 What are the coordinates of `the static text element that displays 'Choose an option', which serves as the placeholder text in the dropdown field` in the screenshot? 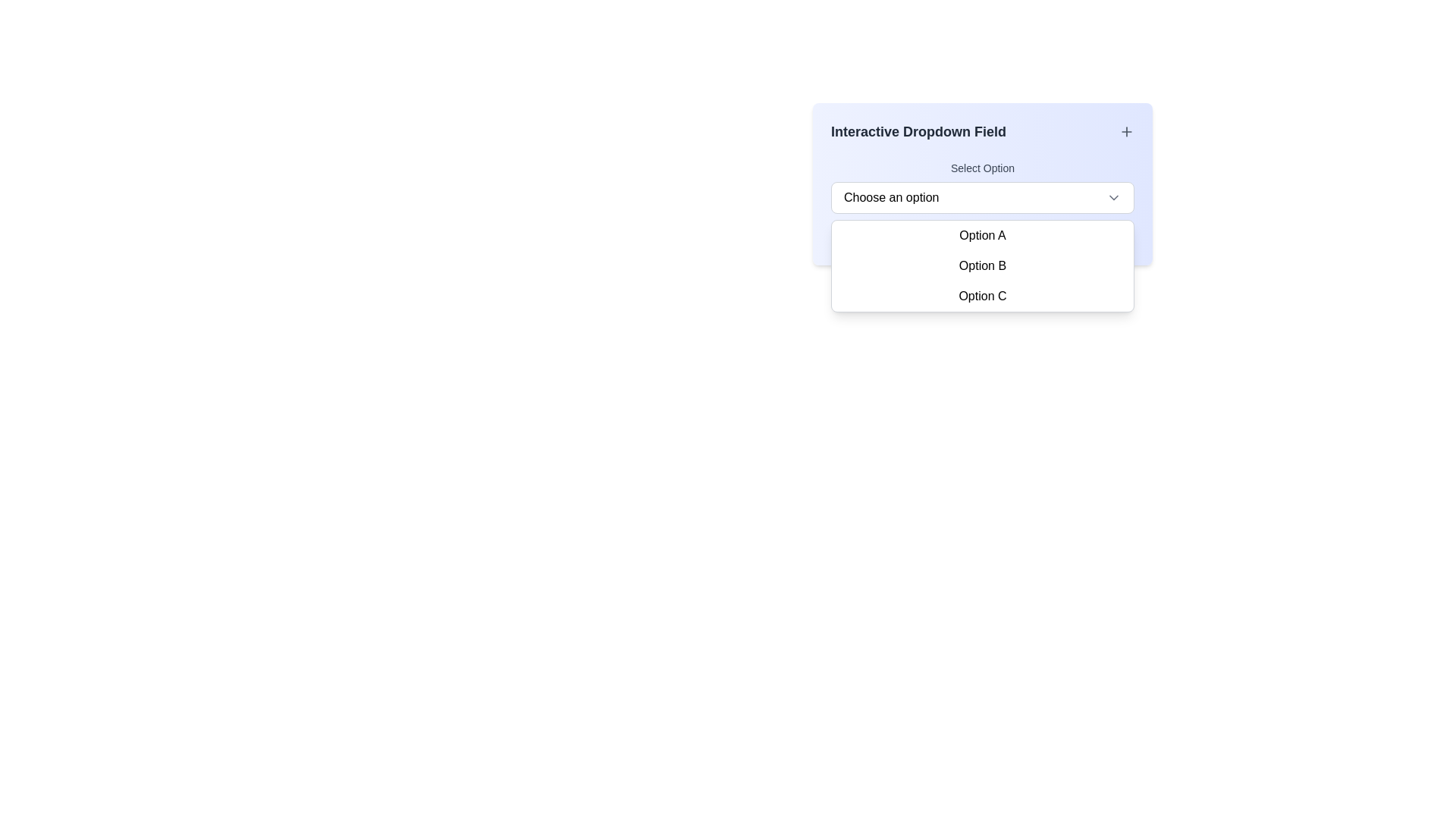 It's located at (891, 197).